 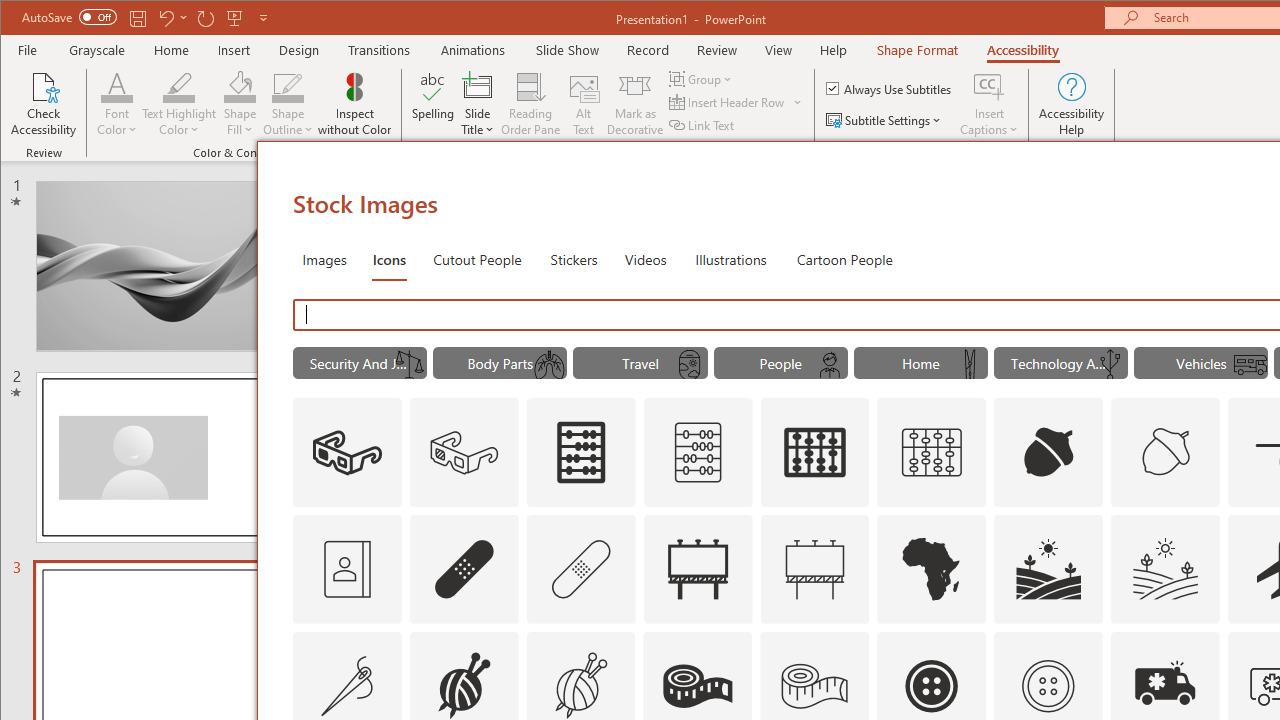 I want to click on 'AutomationID: Icons_SchoolBoy_M', so click(x=829, y=365).